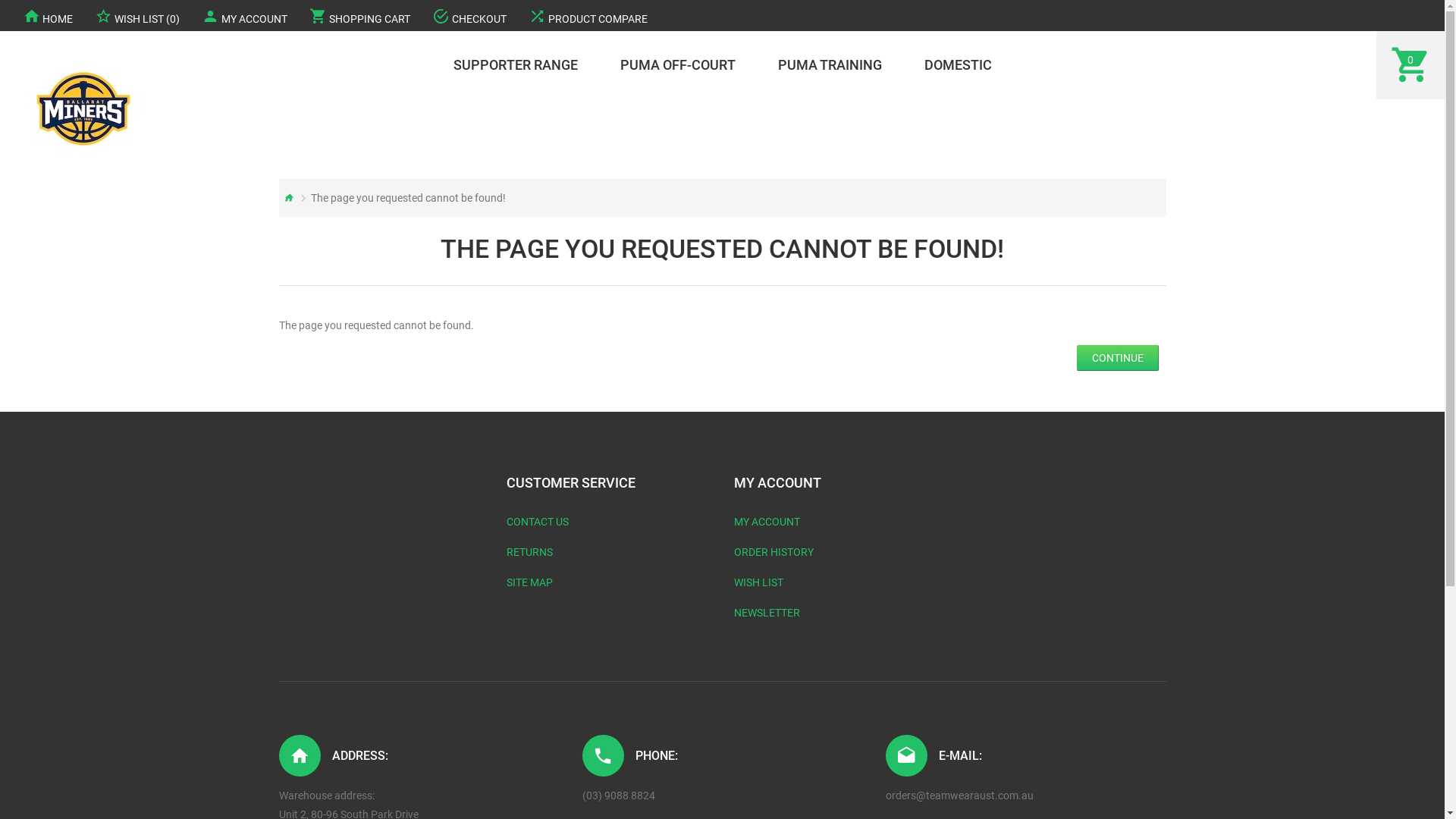 This screenshot has width=1456, height=819. What do you see at coordinates (538, 520) in the screenshot?
I see `'CONTACT US'` at bounding box center [538, 520].